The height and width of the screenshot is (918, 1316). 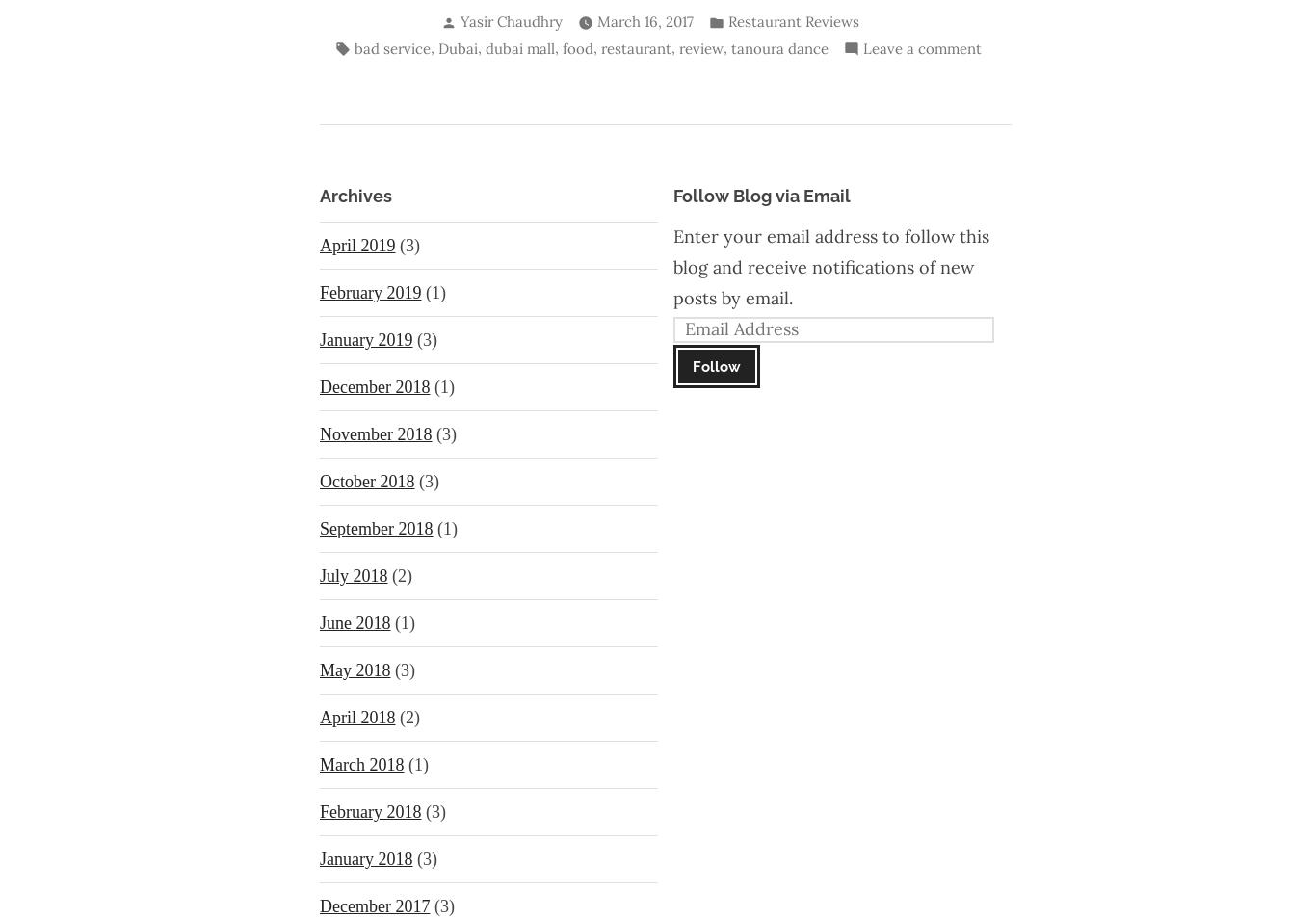 What do you see at coordinates (390, 46) in the screenshot?
I see `'bad service'` at bounding box center [390, 46].